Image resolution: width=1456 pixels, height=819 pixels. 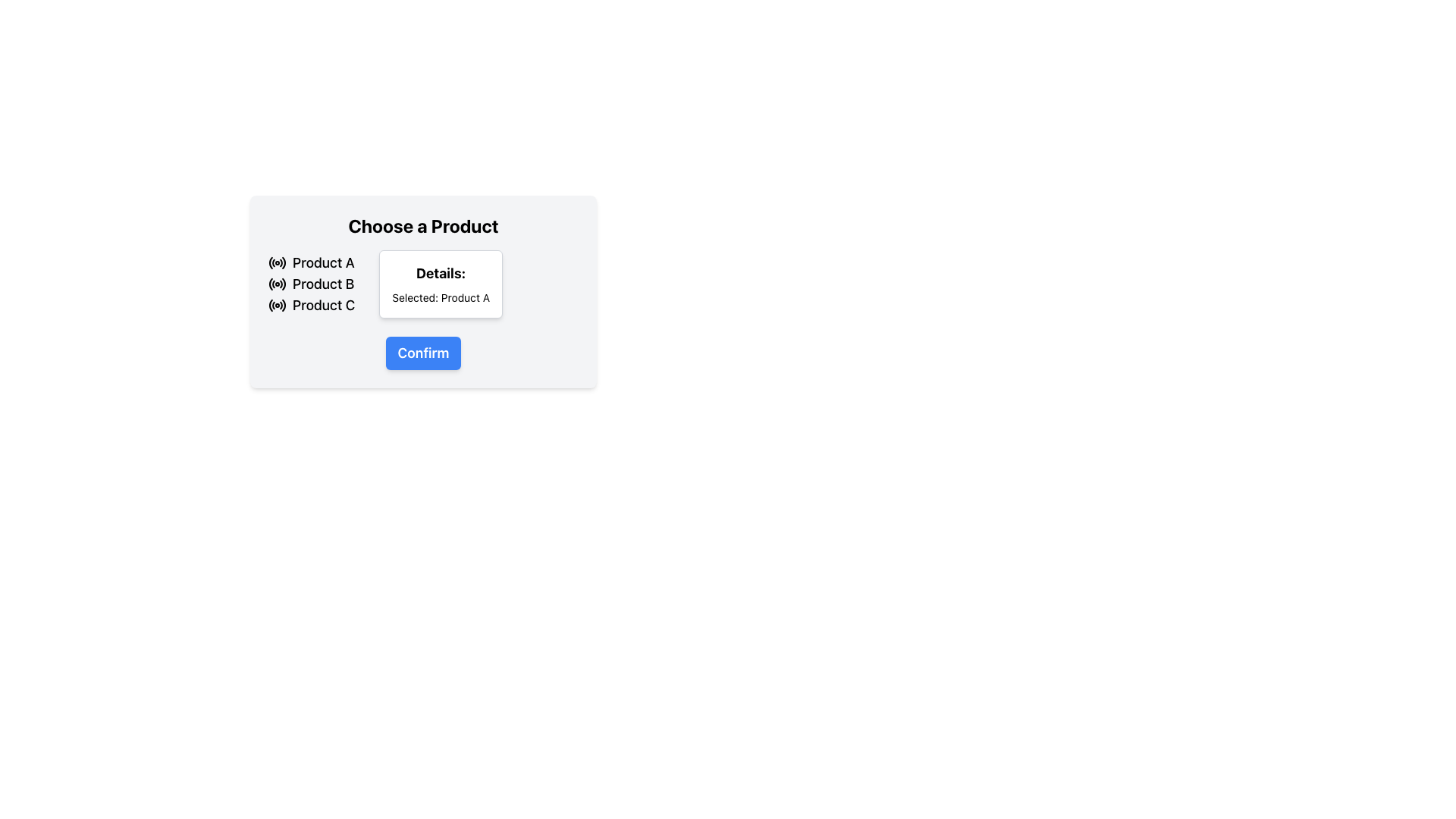 I want to click on the radio button for 'Product C', so click(x=277, y=305).